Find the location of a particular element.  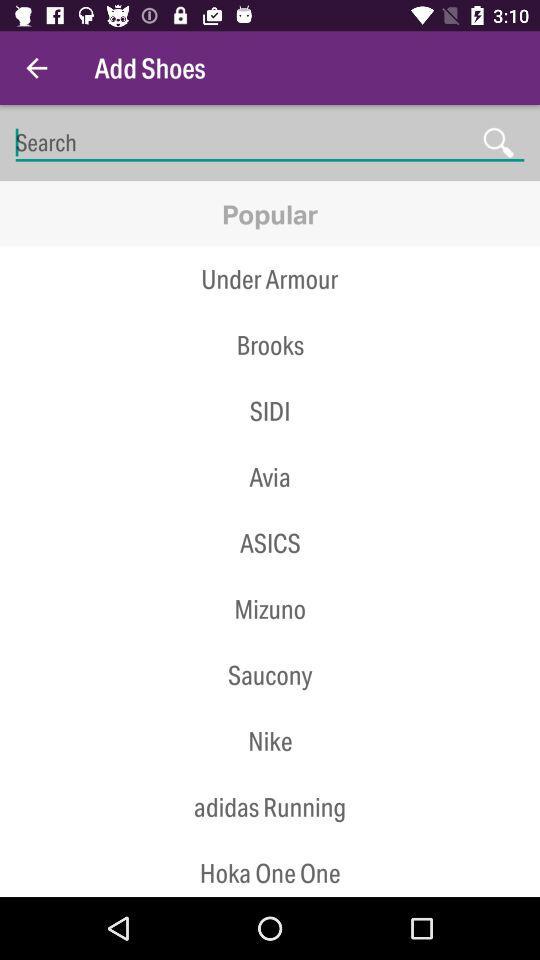

search show brands is located at coordinates (270, 142).